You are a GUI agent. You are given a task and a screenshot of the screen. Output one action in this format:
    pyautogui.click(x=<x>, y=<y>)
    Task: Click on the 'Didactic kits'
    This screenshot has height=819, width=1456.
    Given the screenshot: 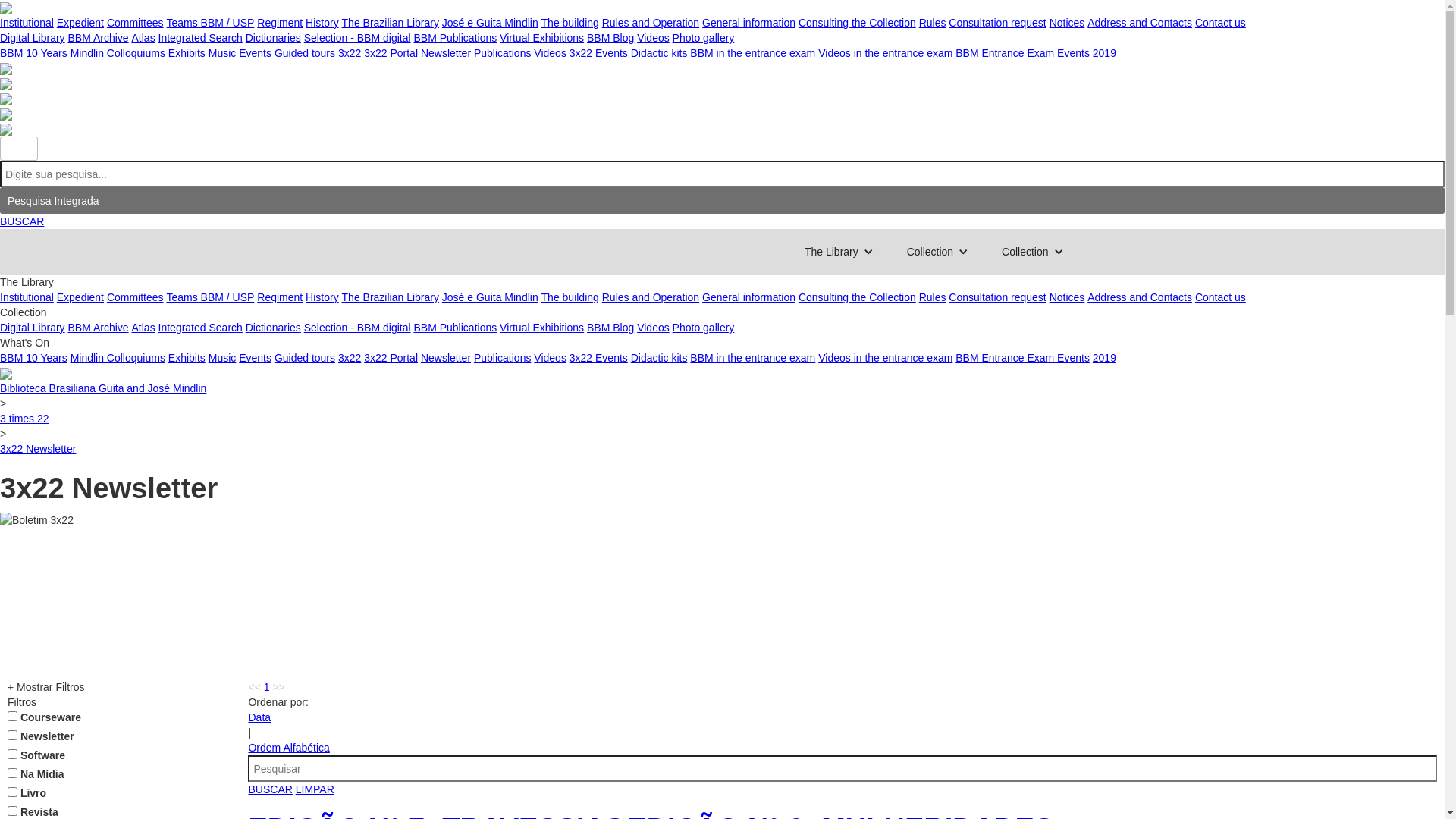 What is the action you would take?
    pyautogui.click(x=659, y=52)
    